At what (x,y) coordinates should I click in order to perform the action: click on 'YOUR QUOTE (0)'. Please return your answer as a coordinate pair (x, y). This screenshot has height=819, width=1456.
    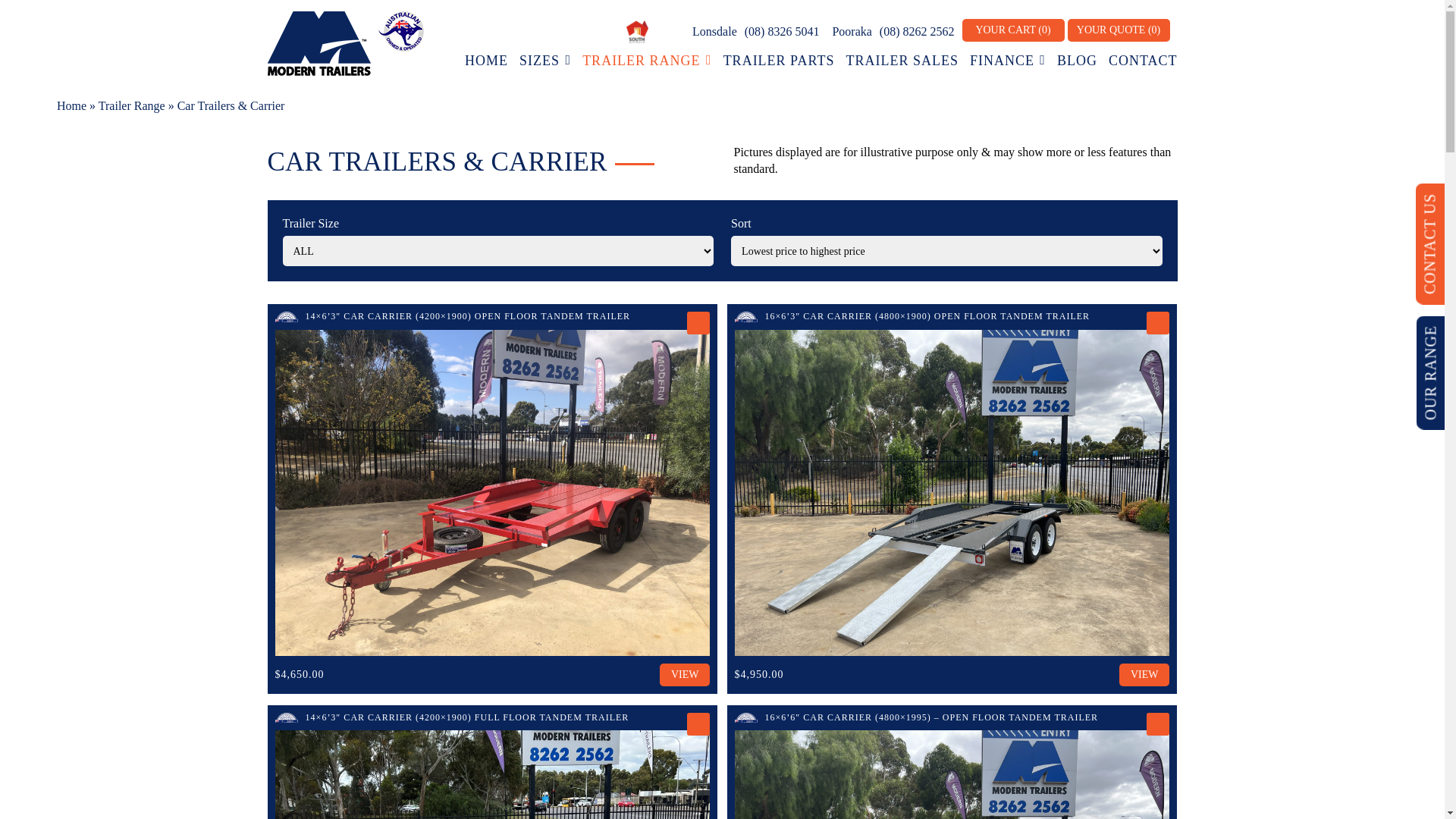
    Looking at the image, I should click on (1119, 30).